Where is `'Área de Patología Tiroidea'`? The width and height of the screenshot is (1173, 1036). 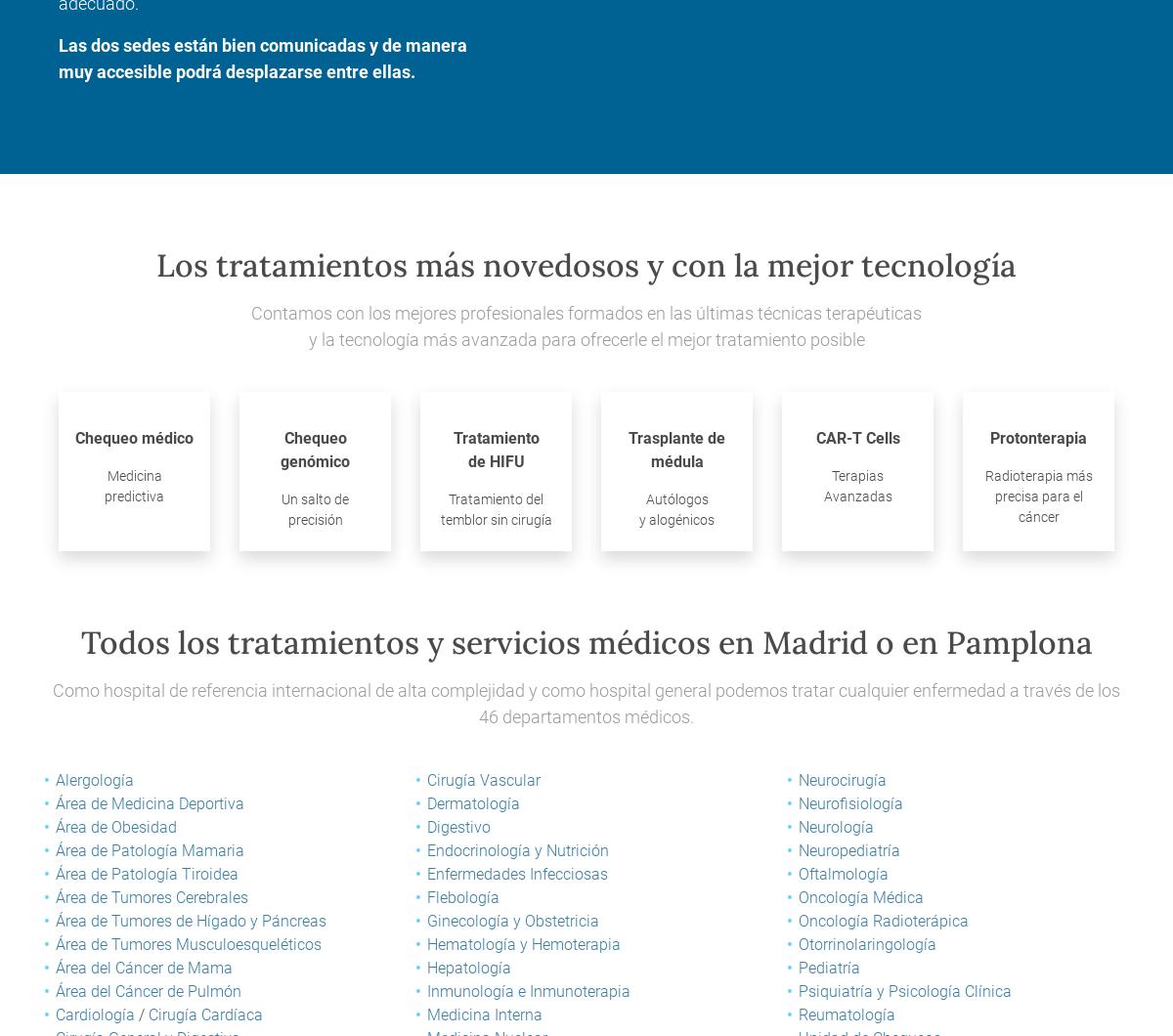
'Área de Patología Tiroidea' is located at coordinates (147, 874).